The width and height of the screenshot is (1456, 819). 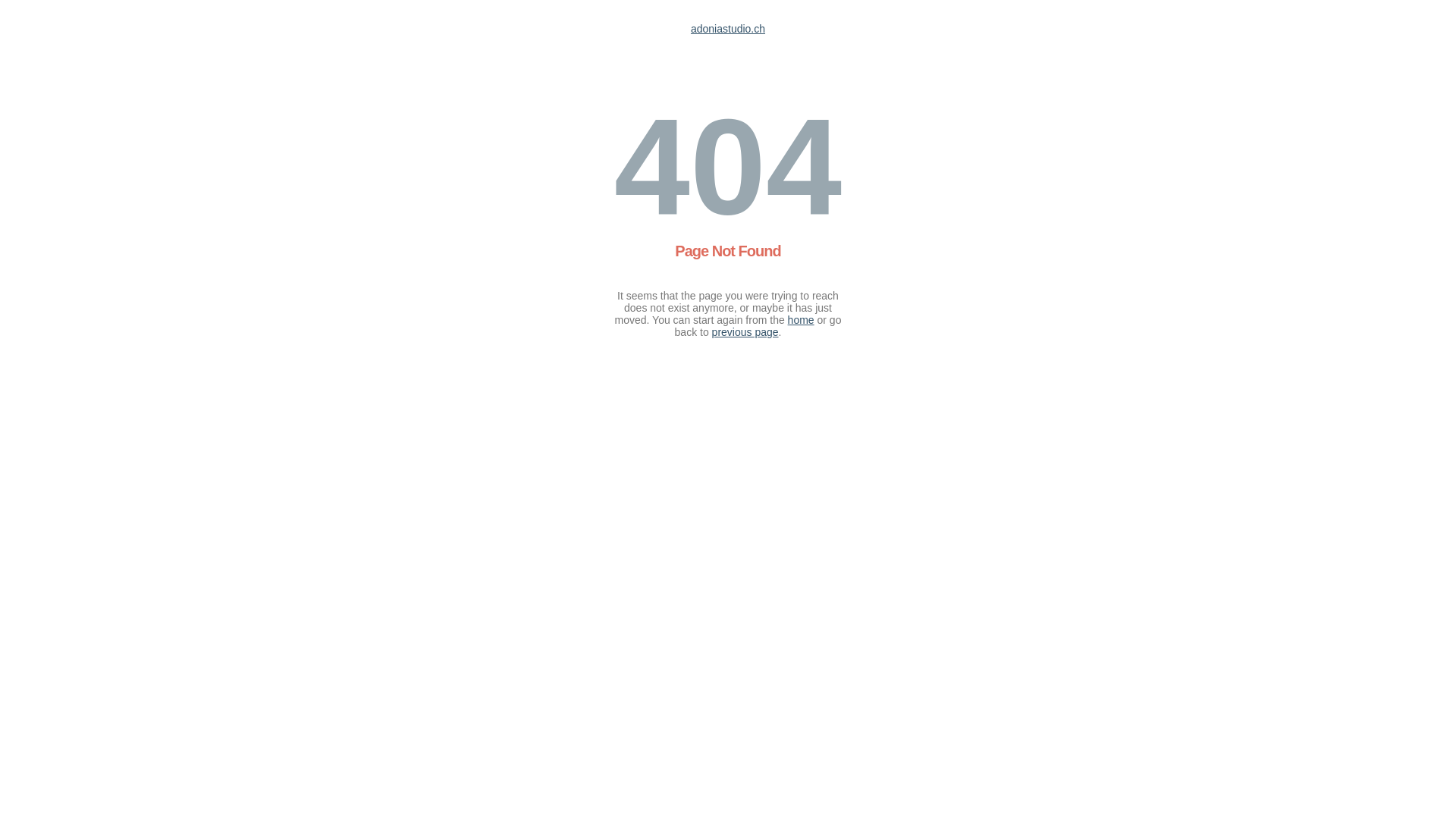 I want to click on 'adoniastudio.ch', so click(x=690, y=29).